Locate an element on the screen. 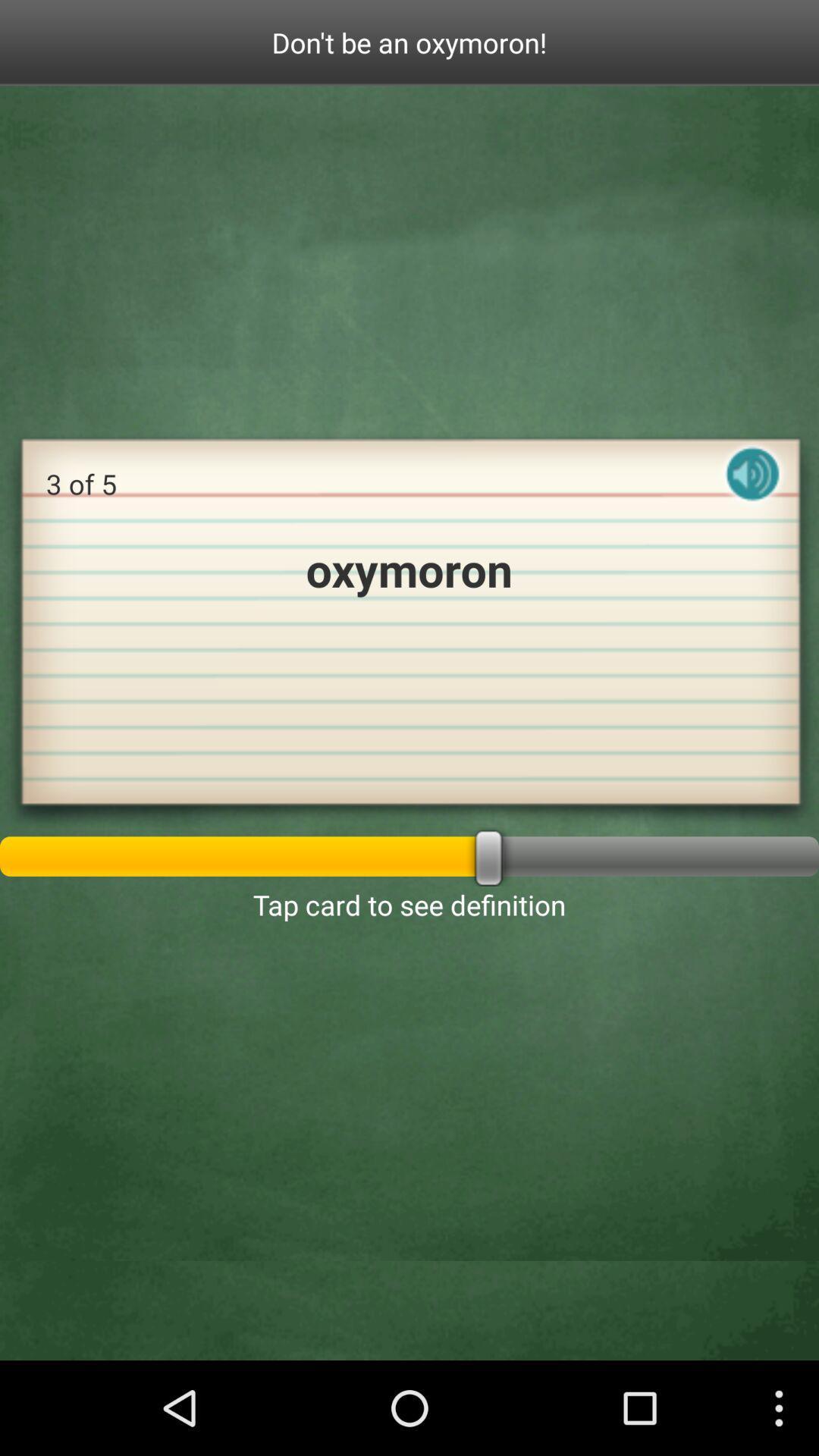 The width and height of the screenshot is (819, 1456). sound on/off is located at coordinates (752, 487).